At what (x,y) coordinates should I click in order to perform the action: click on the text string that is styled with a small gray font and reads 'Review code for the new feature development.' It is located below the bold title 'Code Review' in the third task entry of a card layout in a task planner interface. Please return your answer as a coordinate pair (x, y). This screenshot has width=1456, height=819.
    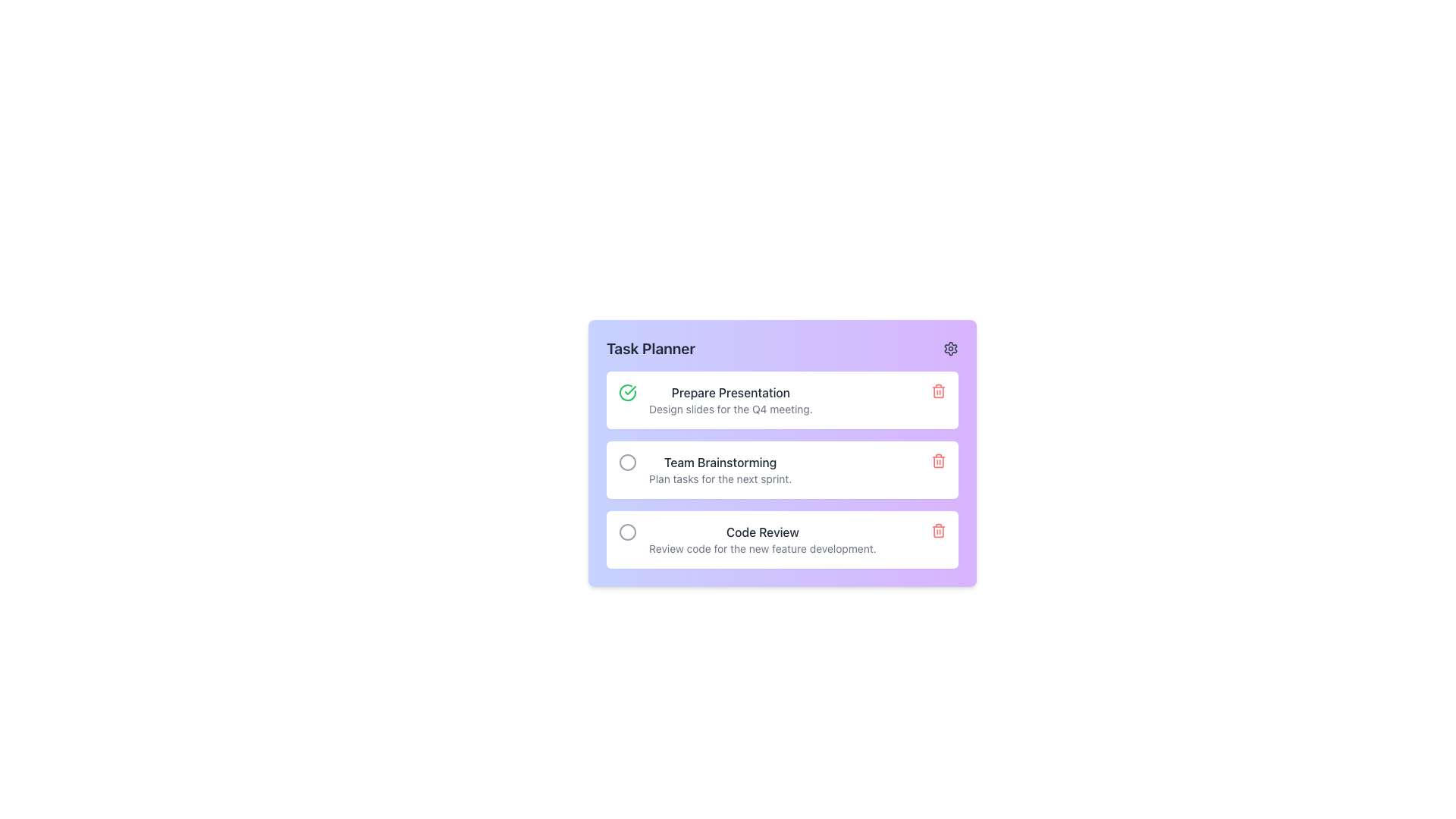
    Looking at the image, I should click on (762, 549).